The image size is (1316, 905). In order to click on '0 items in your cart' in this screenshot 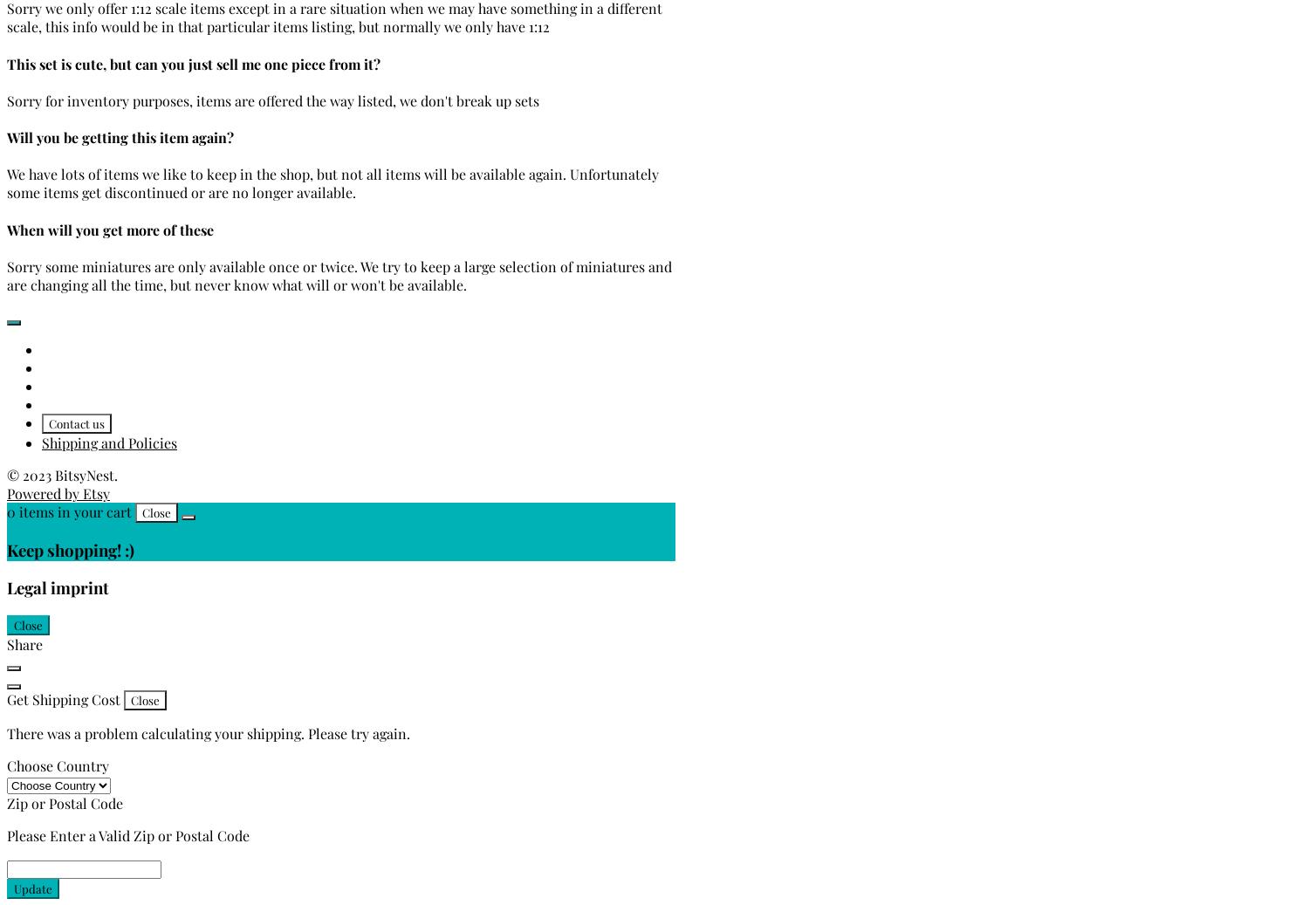, I will do `click(69, 511)`.